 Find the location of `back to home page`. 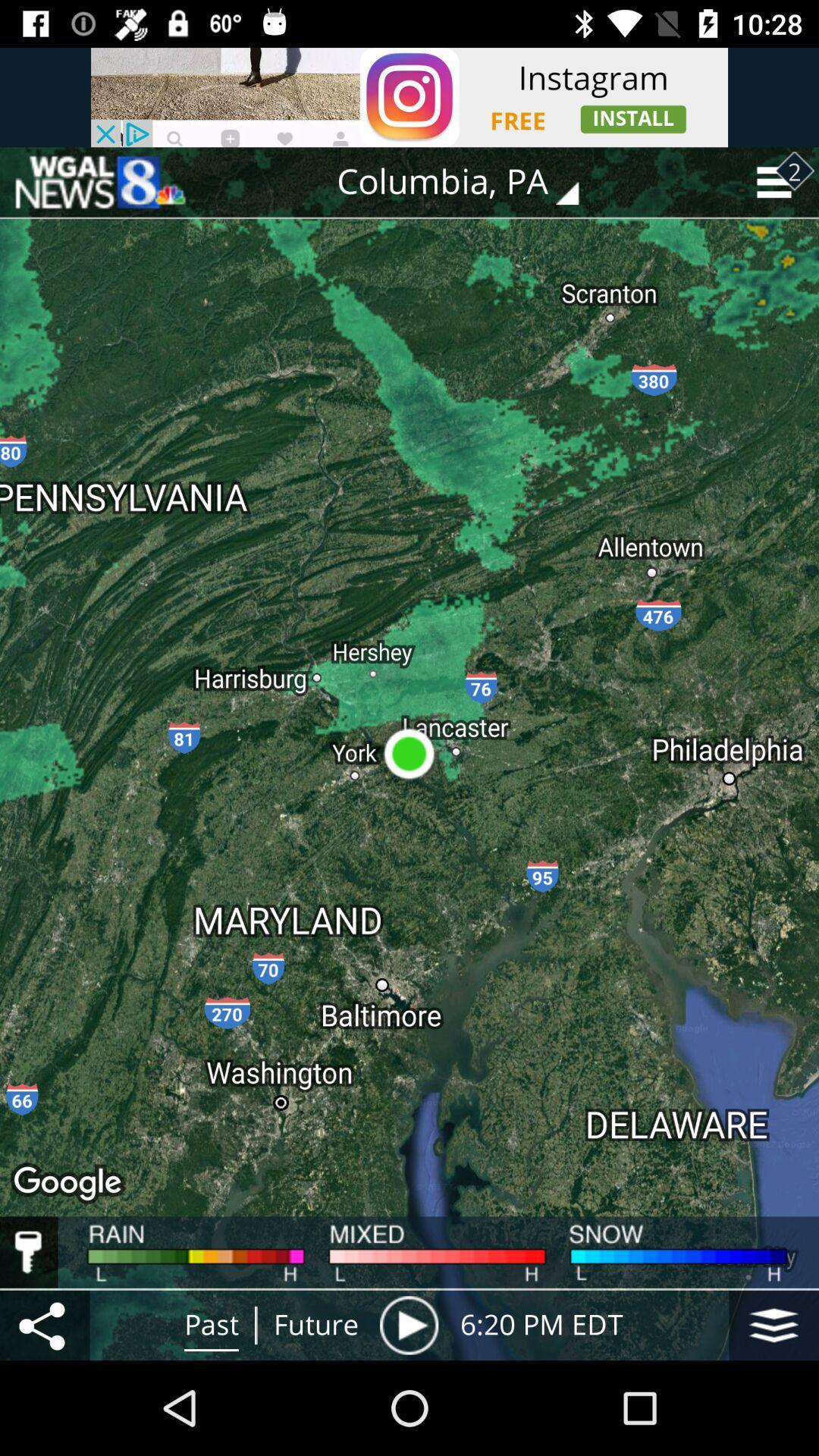

back to home page is located at coordinates (99, 182).